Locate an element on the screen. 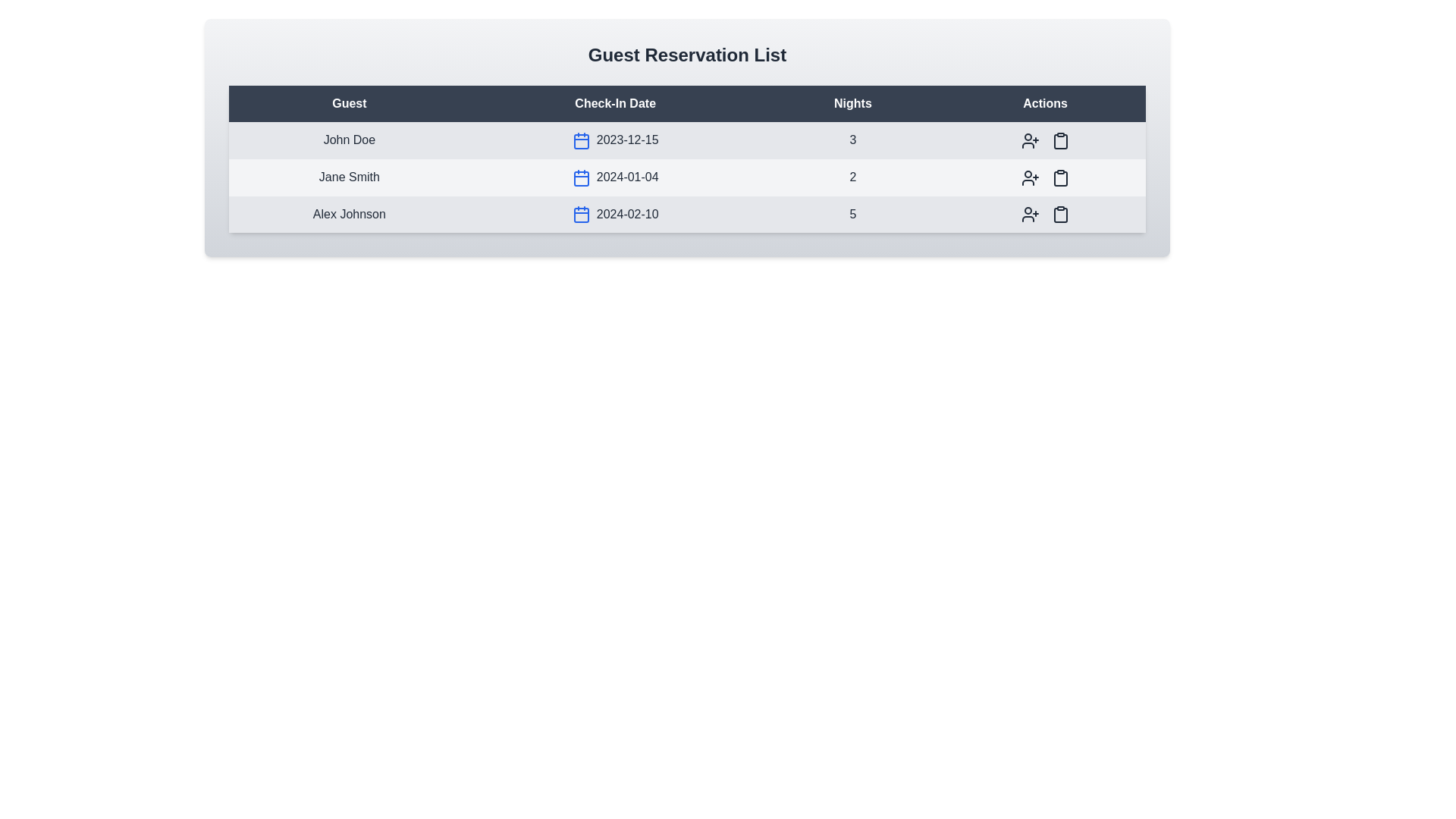  the check-in date icon for the guest 'Alex Johnson' in the reservation table is located at coordinates (615, 214).